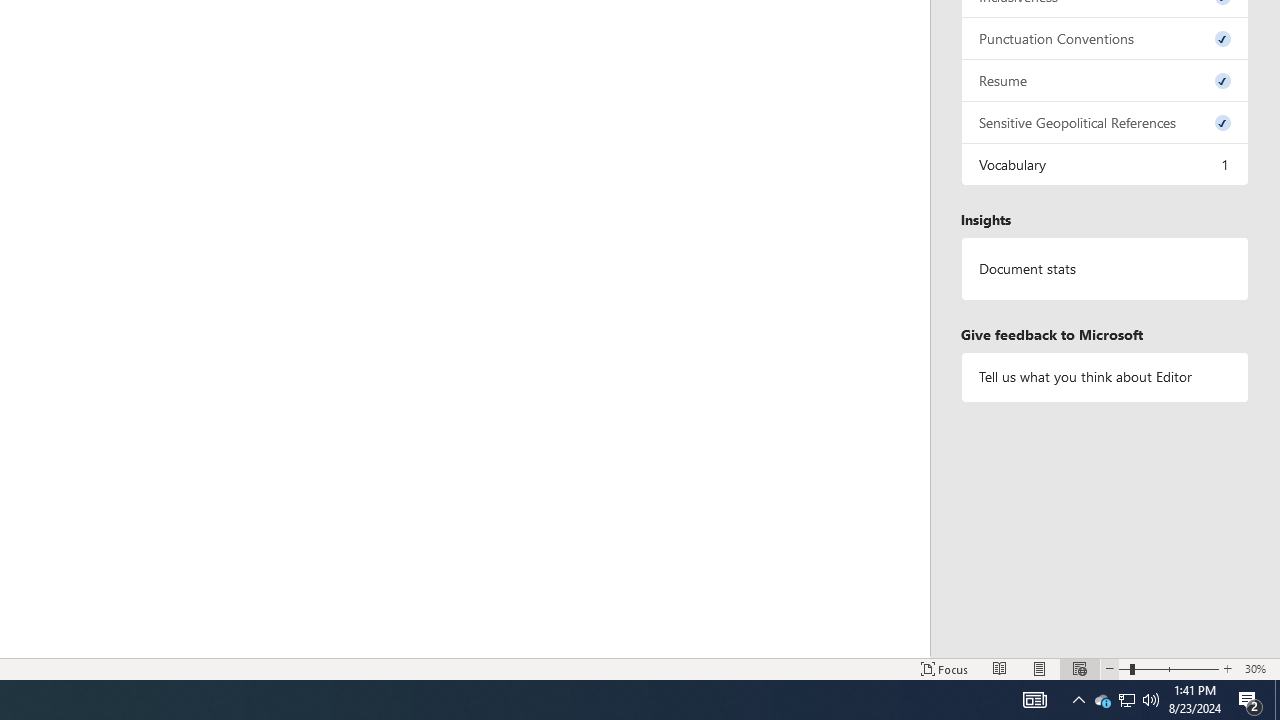 The image size is (1280, 720). I want to click on 'Focus ', so click(943, 669).